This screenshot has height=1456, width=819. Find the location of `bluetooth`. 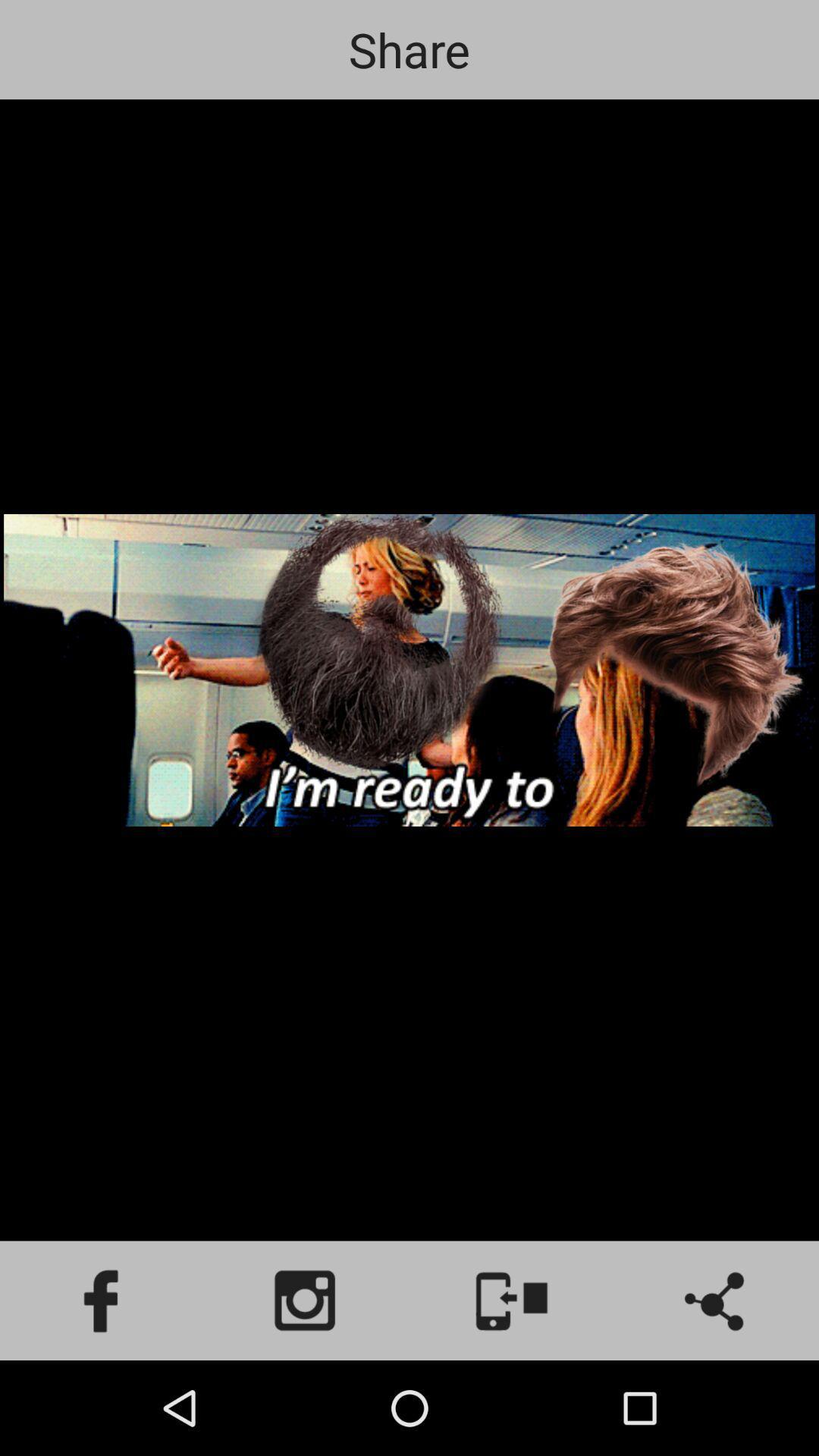

bluetooth is located at coordinates (717, 1300).